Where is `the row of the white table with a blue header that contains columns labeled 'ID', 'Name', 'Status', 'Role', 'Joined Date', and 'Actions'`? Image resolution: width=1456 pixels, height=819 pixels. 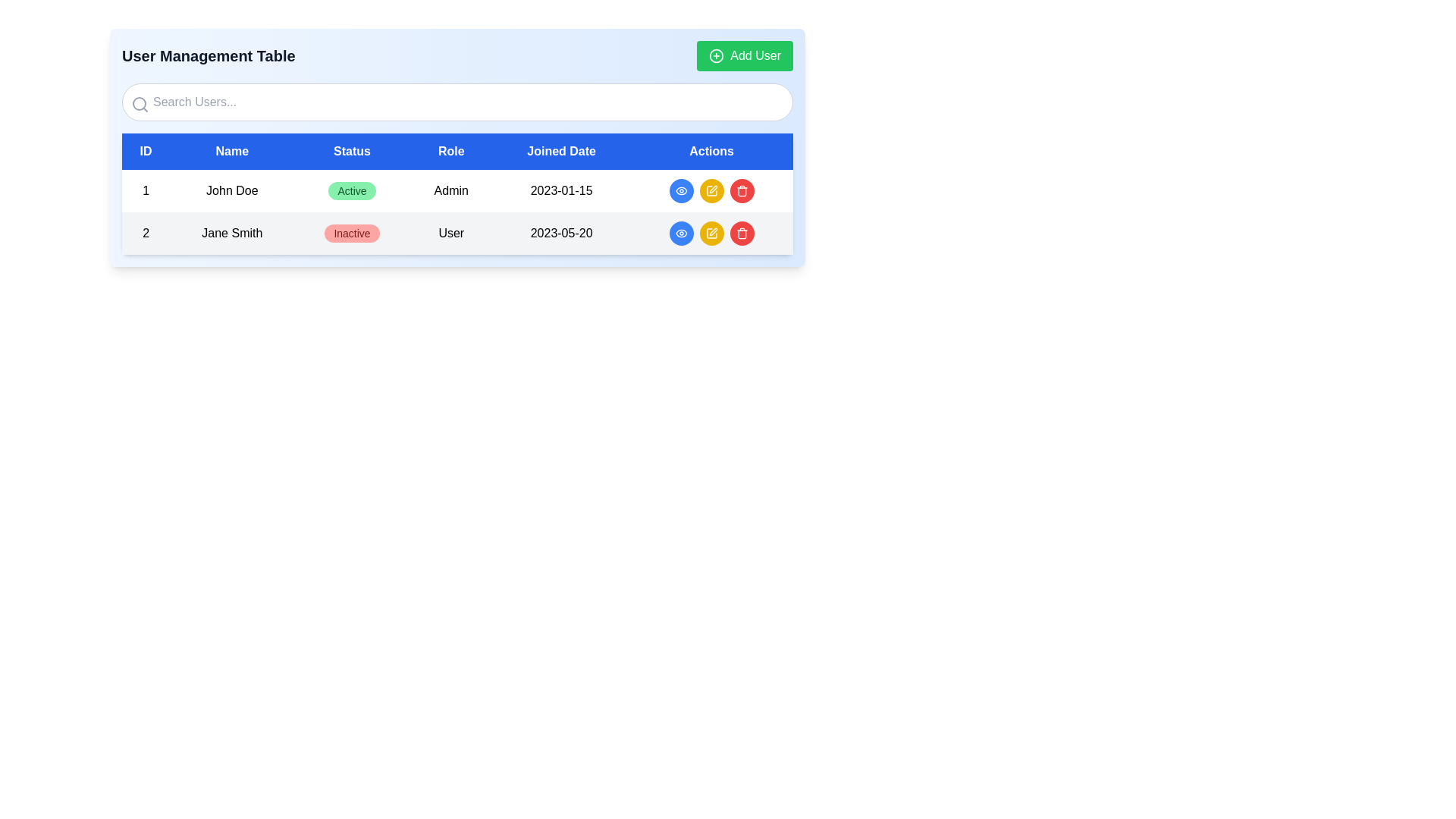
the row of the white table with a blue header that contains columns labeled 'ID', 'Name', 'Status', 'Role', 'Joined Date', and 'Actions' is located at coordinates (457, 193).